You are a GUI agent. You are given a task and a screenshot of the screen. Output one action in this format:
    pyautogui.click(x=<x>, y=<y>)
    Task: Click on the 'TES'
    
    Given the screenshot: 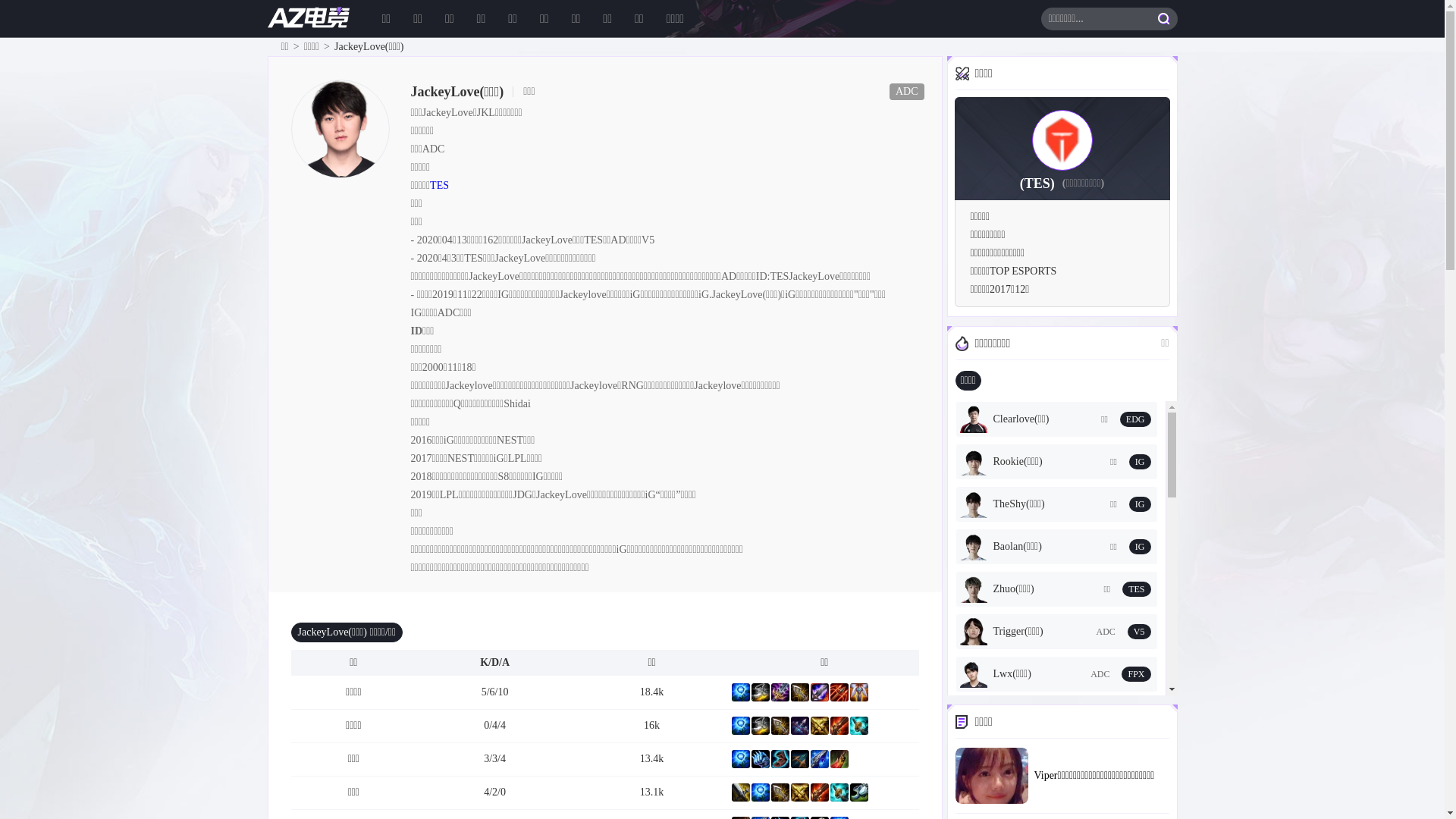 What is the action you would take?
    pyautogui.click(x=438, y=184)
    